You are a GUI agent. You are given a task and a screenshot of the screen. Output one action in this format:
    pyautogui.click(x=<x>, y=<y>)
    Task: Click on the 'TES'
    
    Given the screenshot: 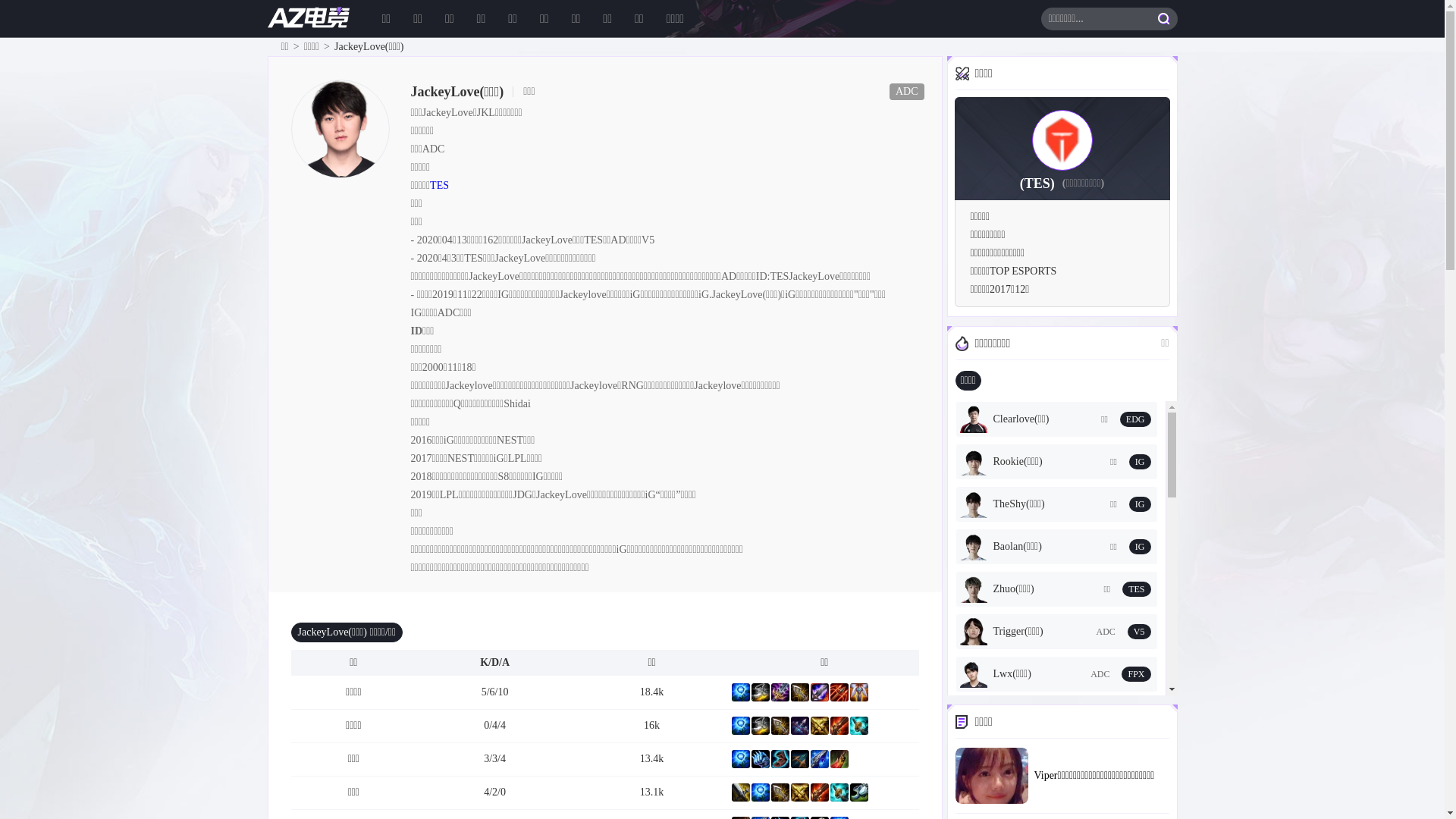 What is the action you would take?
    pyautogui.click(x=438, y=184)
    